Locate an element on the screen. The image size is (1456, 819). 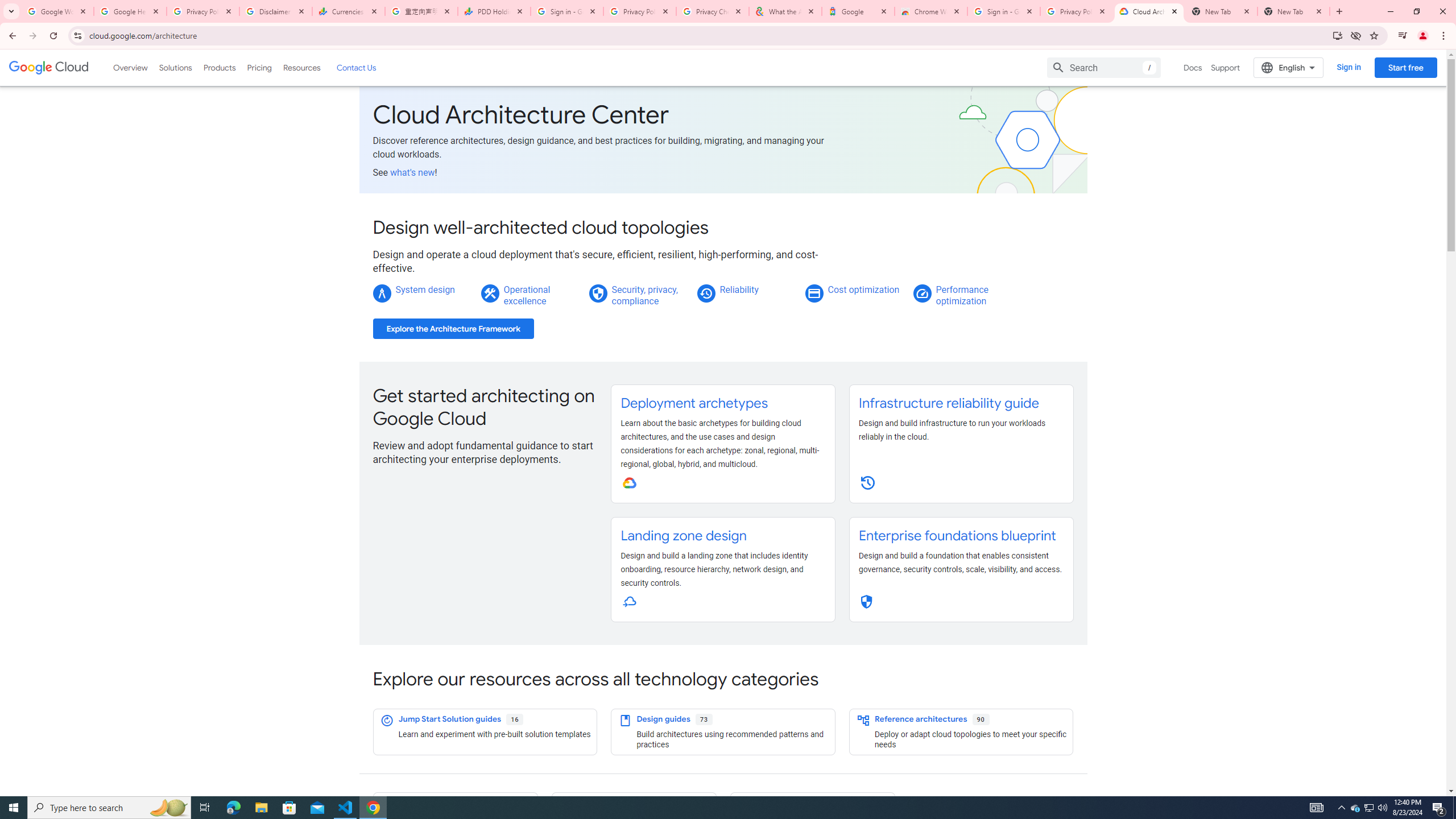
'New Tab' is located at coordinates (1293, 11).